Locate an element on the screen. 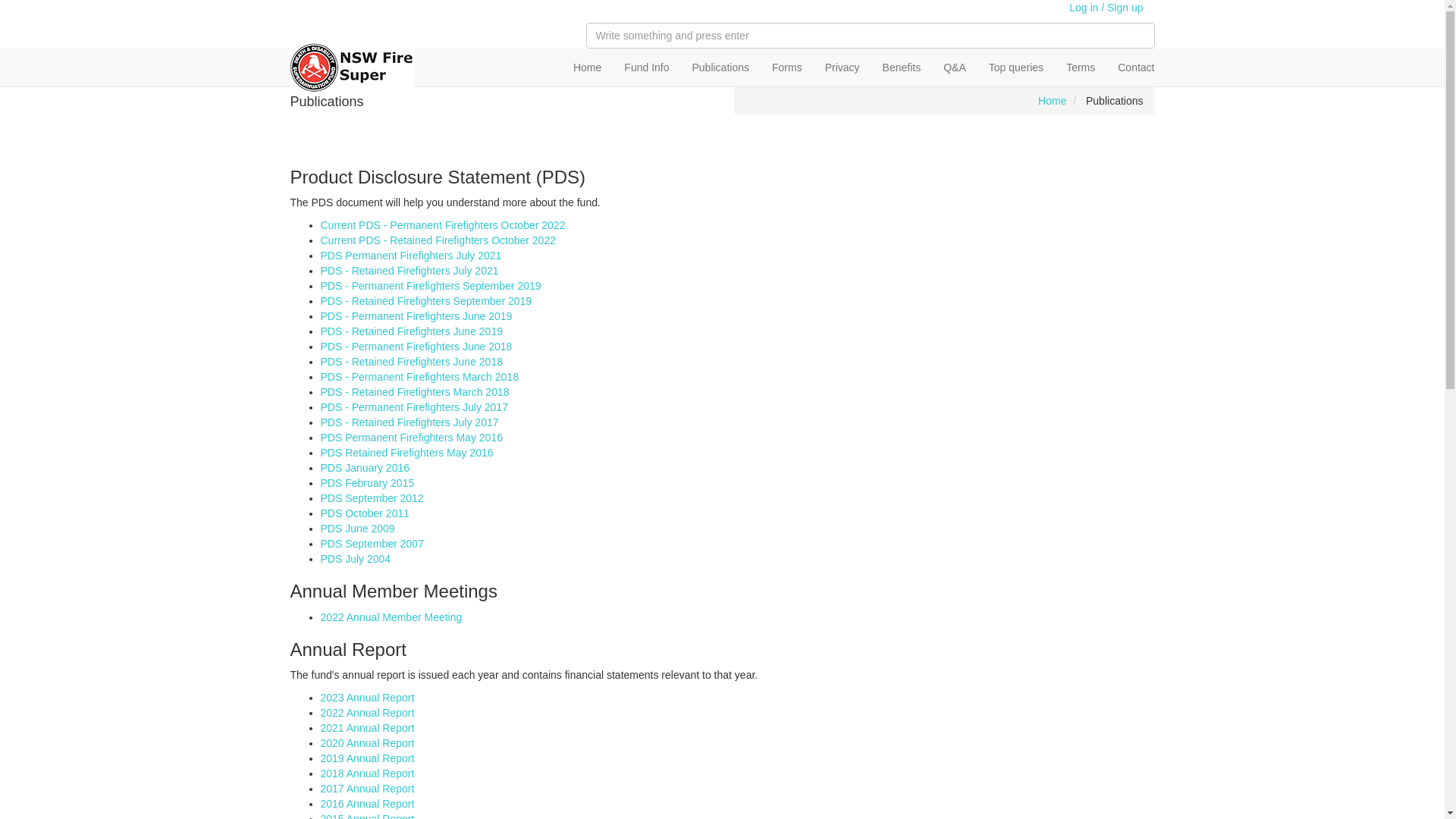 Image resolution: width=1456 pixels, height=819 pixels. 'Terms' is located at coordinates (1080, 66).